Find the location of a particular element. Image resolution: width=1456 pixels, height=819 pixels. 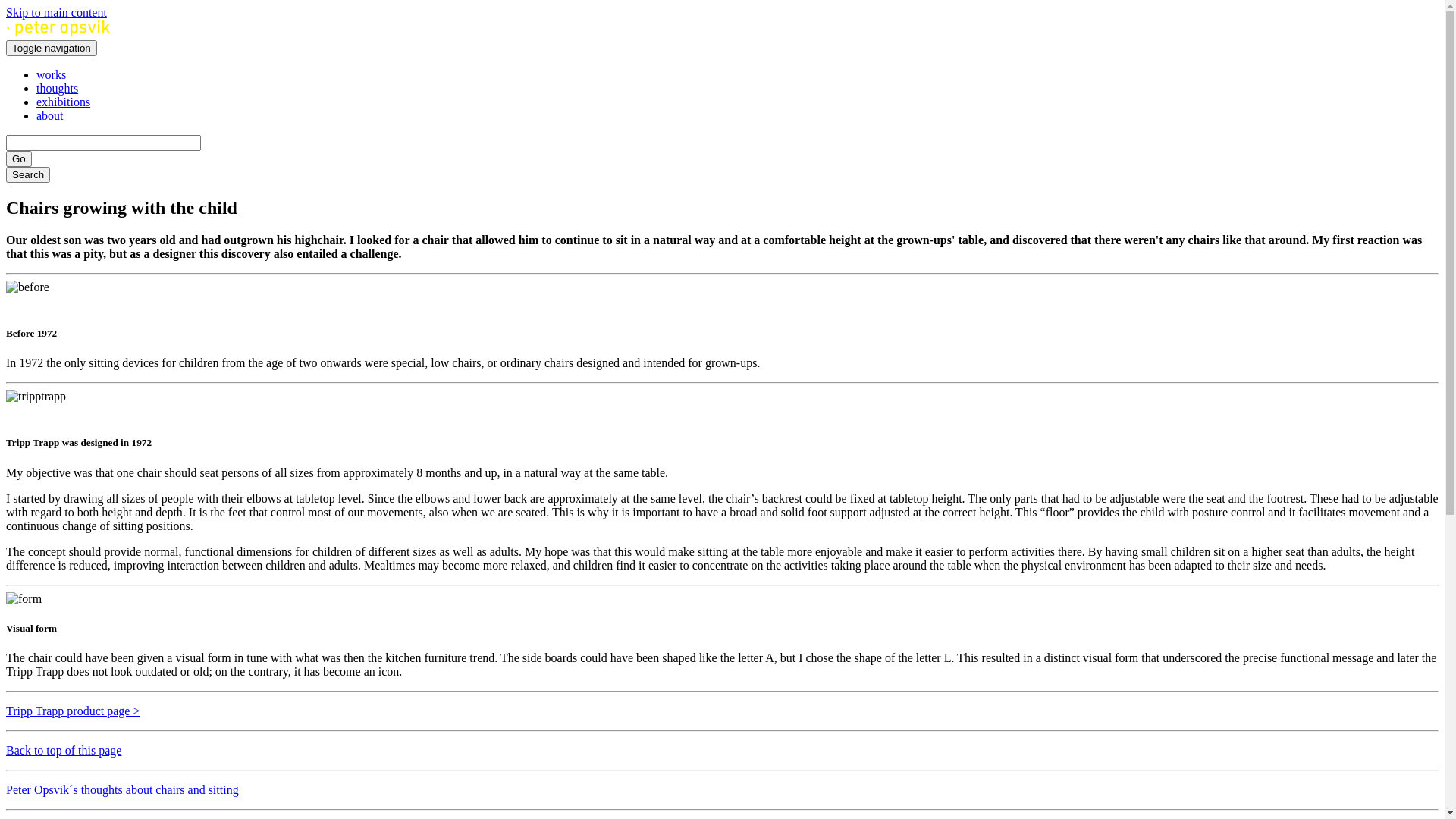

'Back to top of this page' is located at coordinates (62, 749).